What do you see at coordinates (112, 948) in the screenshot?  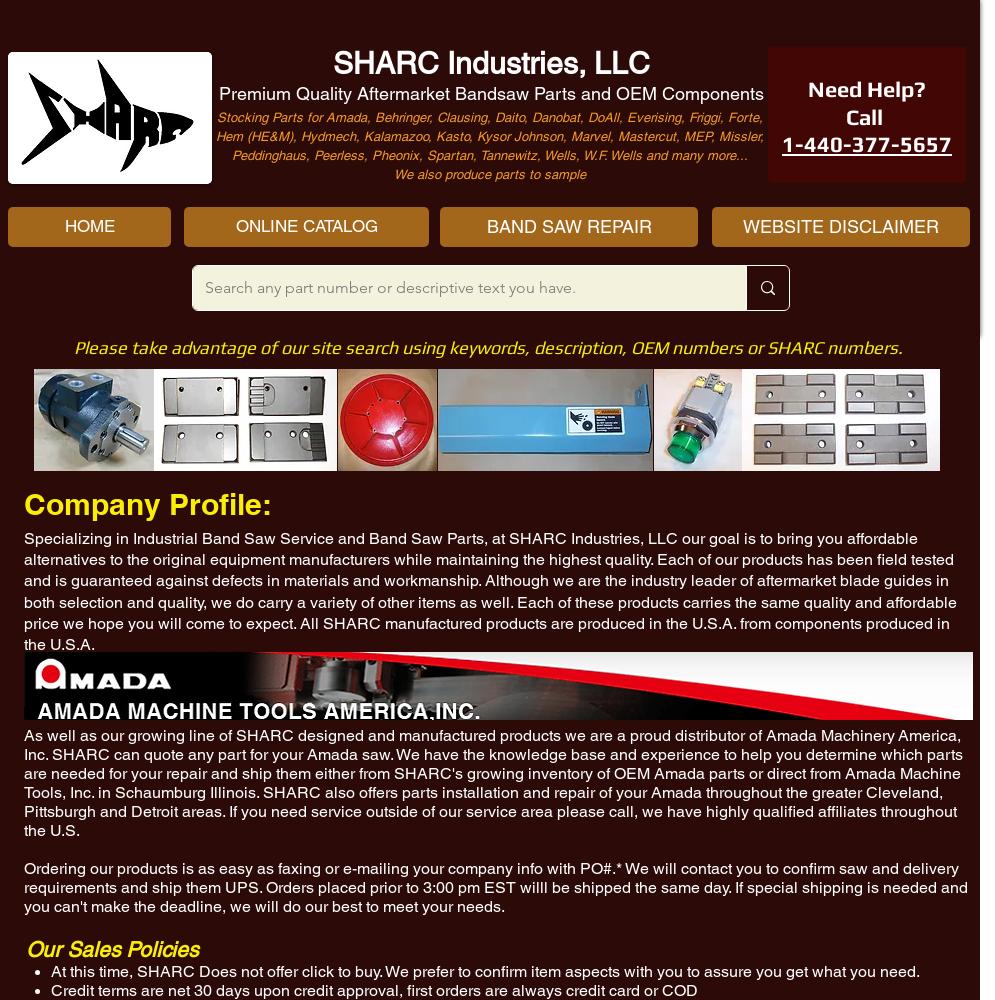 I see `'Our Sales Policies'` at bounding box center [112, 948].